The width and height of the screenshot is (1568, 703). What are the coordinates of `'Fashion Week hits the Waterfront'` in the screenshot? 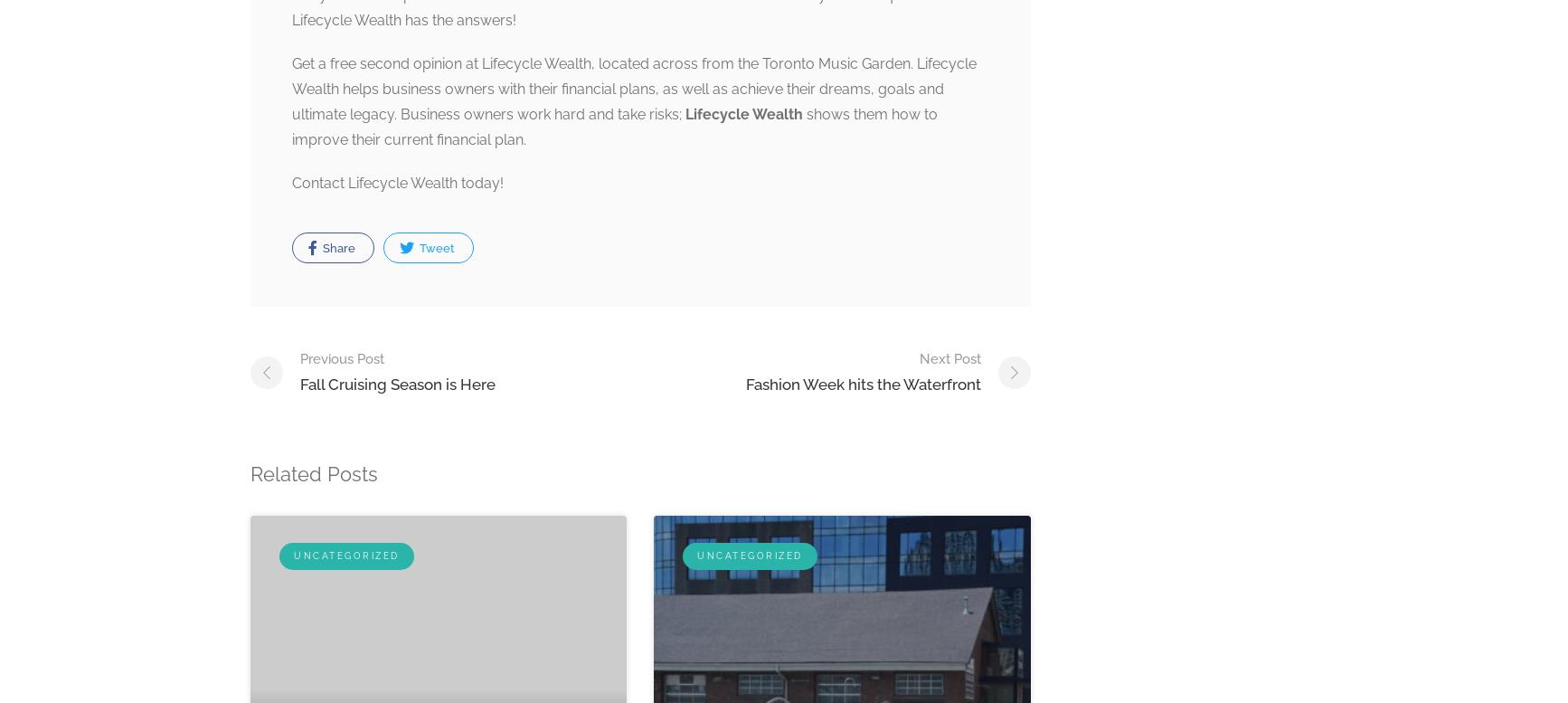 It's located at (863, 384).